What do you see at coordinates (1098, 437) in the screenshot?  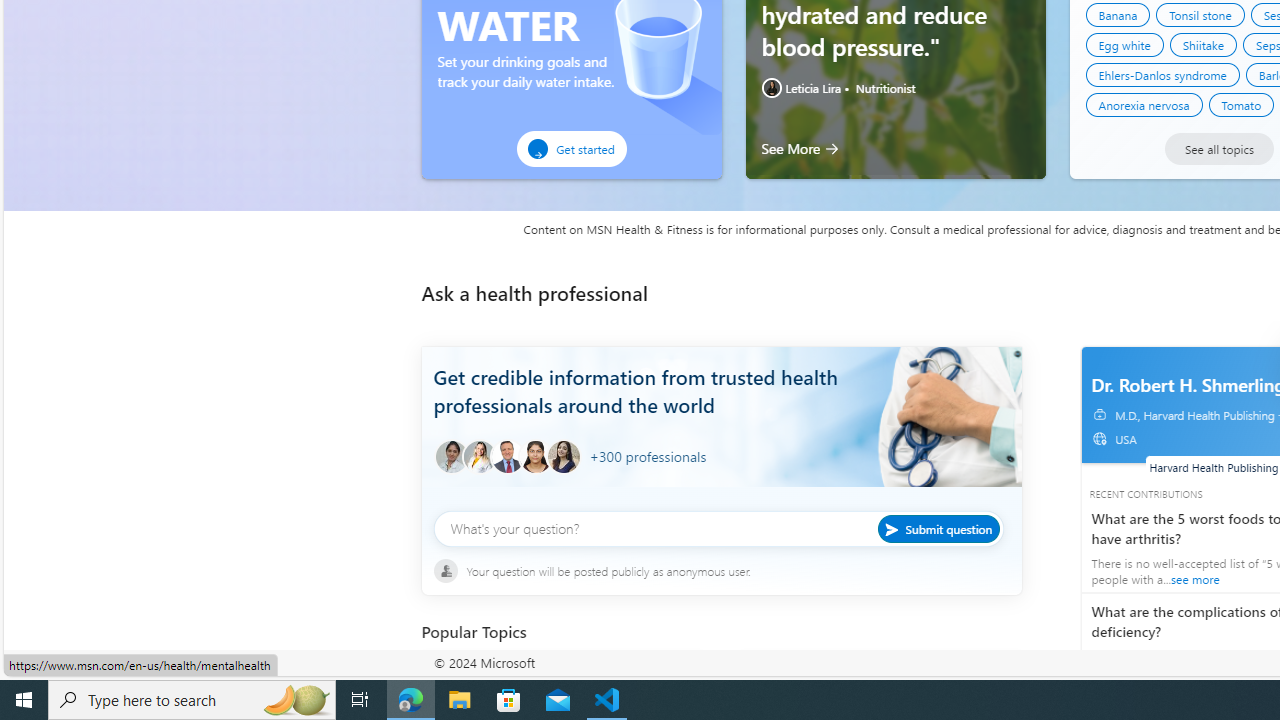 I see `'Class: vecOut'` at bounding box center [1098, 437].